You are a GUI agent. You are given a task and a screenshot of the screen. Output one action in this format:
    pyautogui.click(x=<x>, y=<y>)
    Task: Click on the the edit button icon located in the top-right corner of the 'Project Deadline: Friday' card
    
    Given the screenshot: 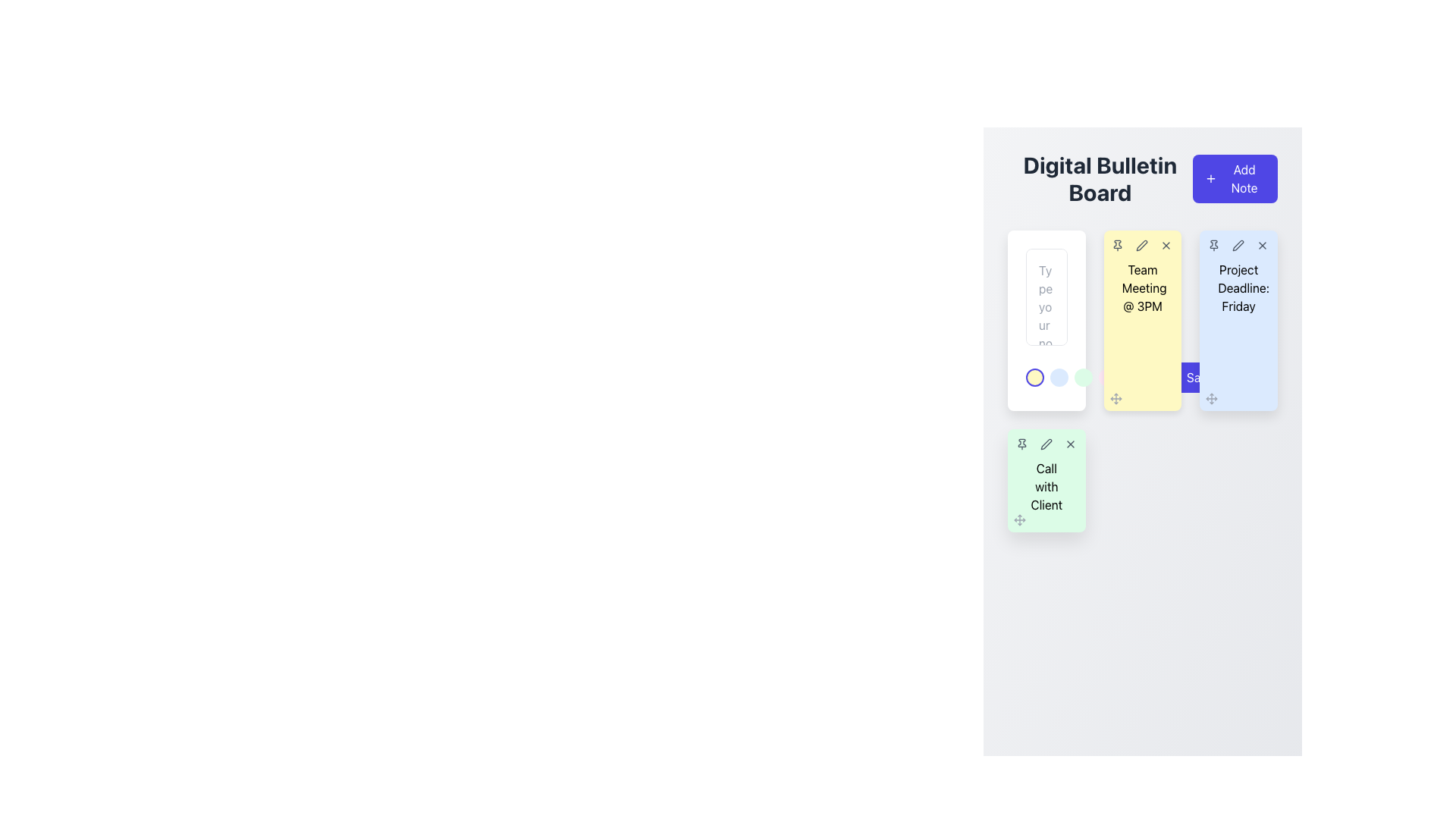 What is the action you would take?
    pyautogui.click(x=1238, y=245)
    